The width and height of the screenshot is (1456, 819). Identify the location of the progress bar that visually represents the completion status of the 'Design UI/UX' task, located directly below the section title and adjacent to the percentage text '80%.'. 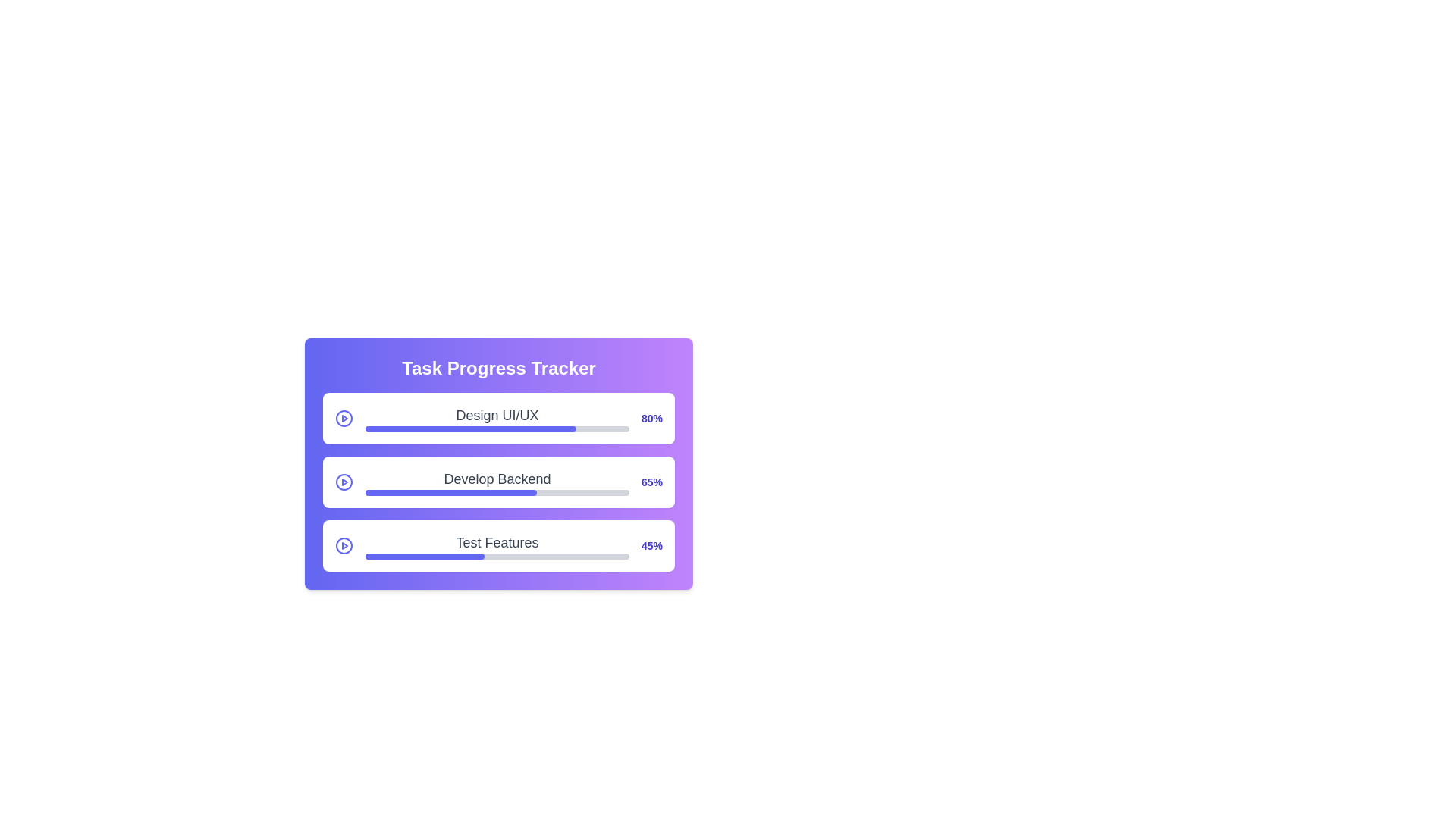
(497, 429).